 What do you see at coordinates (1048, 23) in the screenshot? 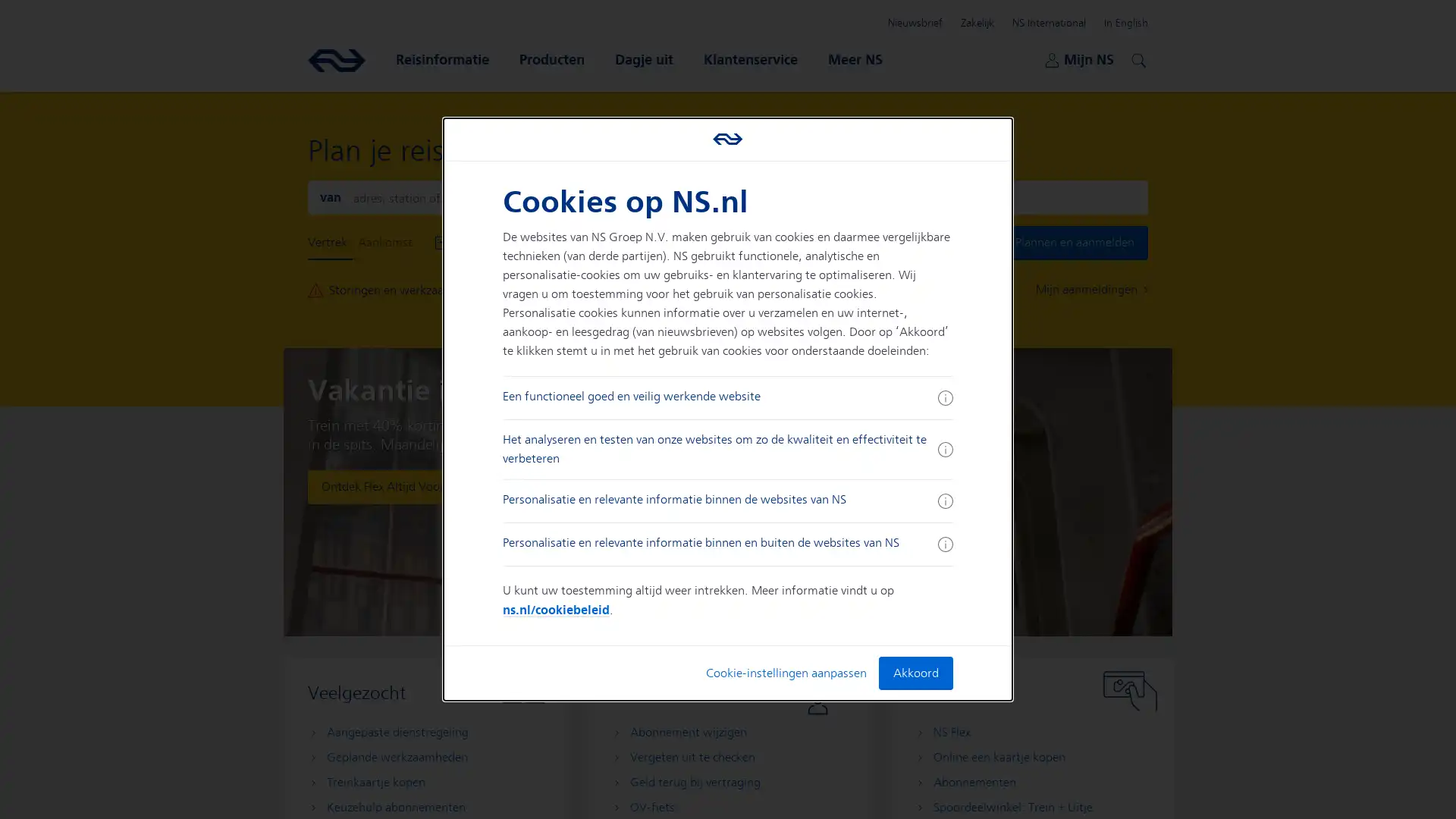
I see `NS International Open submenu` at bounding box center [1048, 23].